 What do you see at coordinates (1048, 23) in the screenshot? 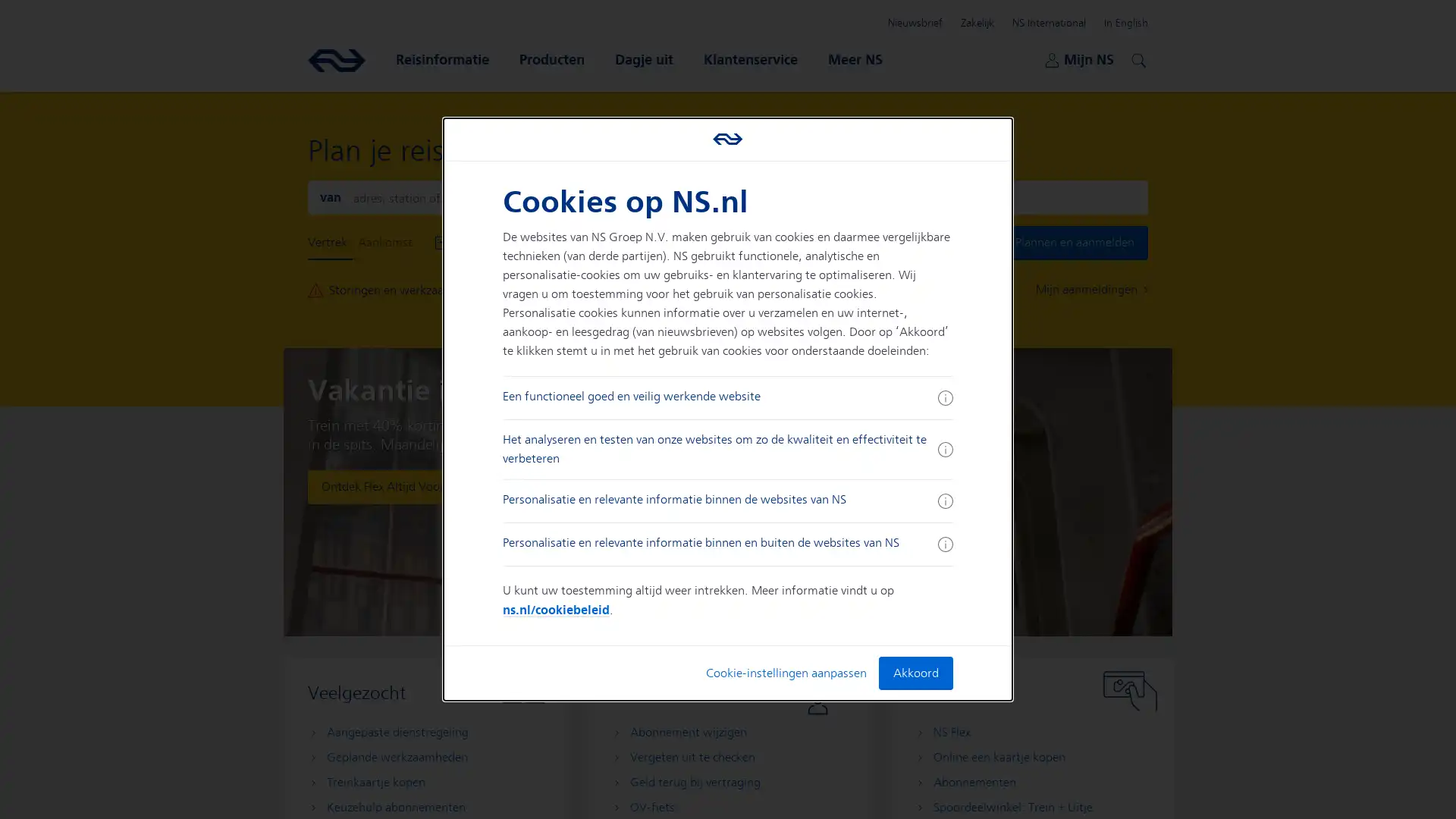
I see `NS International Open submenu` at bounding box center [1048, 23].